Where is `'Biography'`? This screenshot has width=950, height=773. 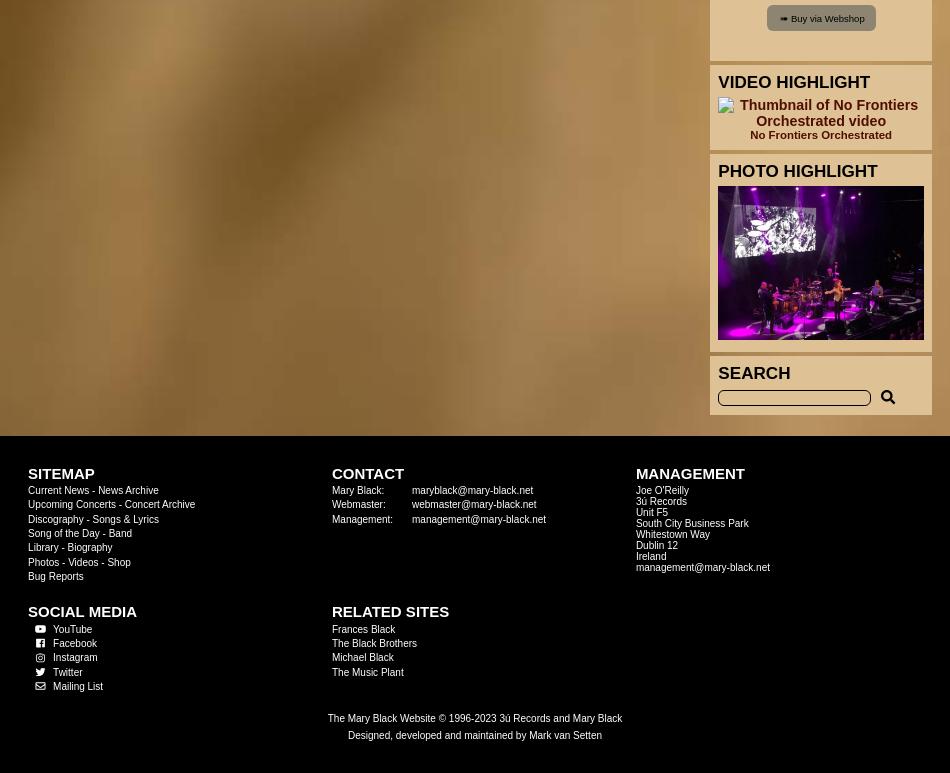 'Biography' is located at coordinates (89, 546).